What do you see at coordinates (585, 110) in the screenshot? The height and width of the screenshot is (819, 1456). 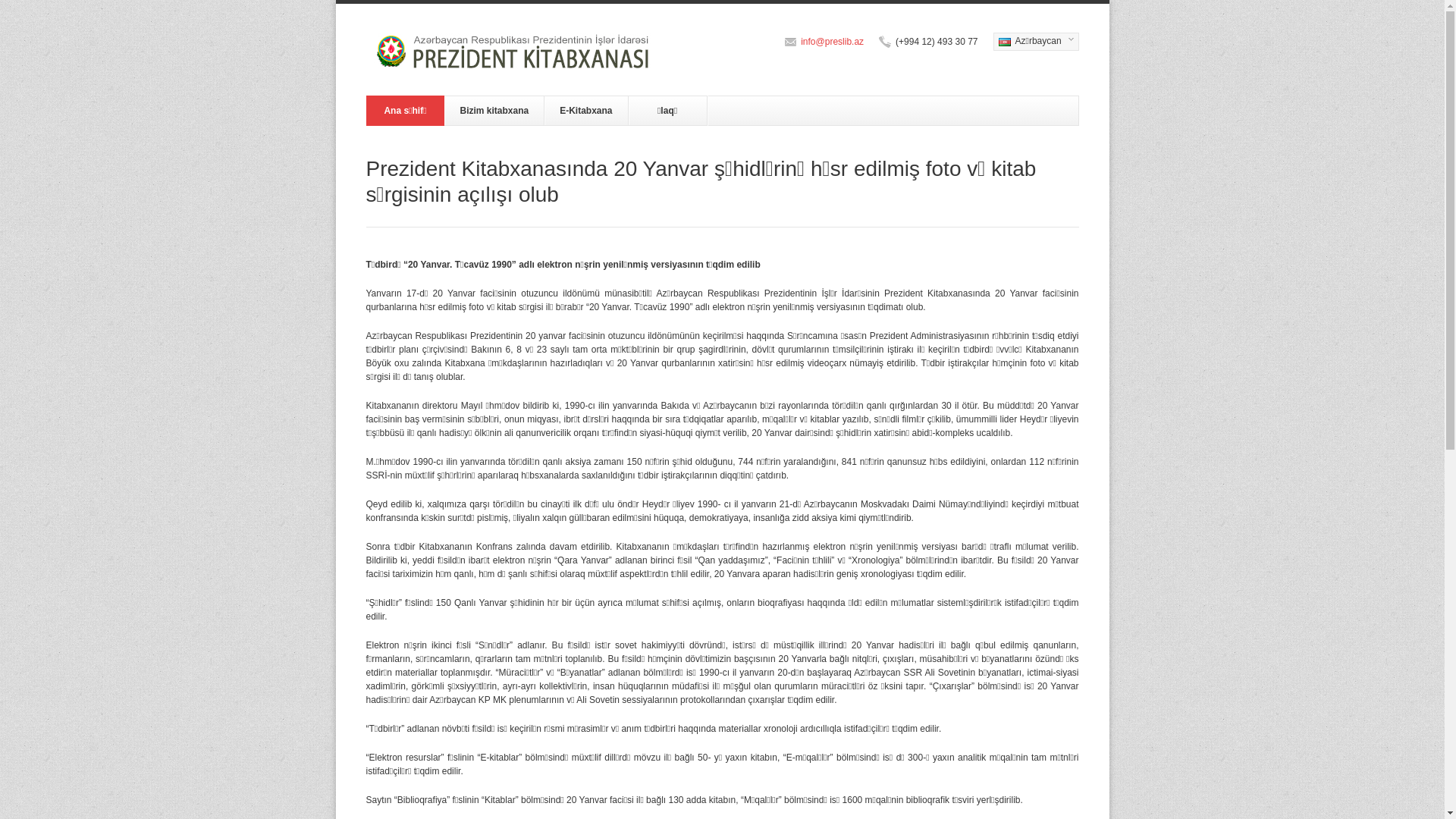 I see `'E-Kitabxana'` at bounding box center [585, 110].